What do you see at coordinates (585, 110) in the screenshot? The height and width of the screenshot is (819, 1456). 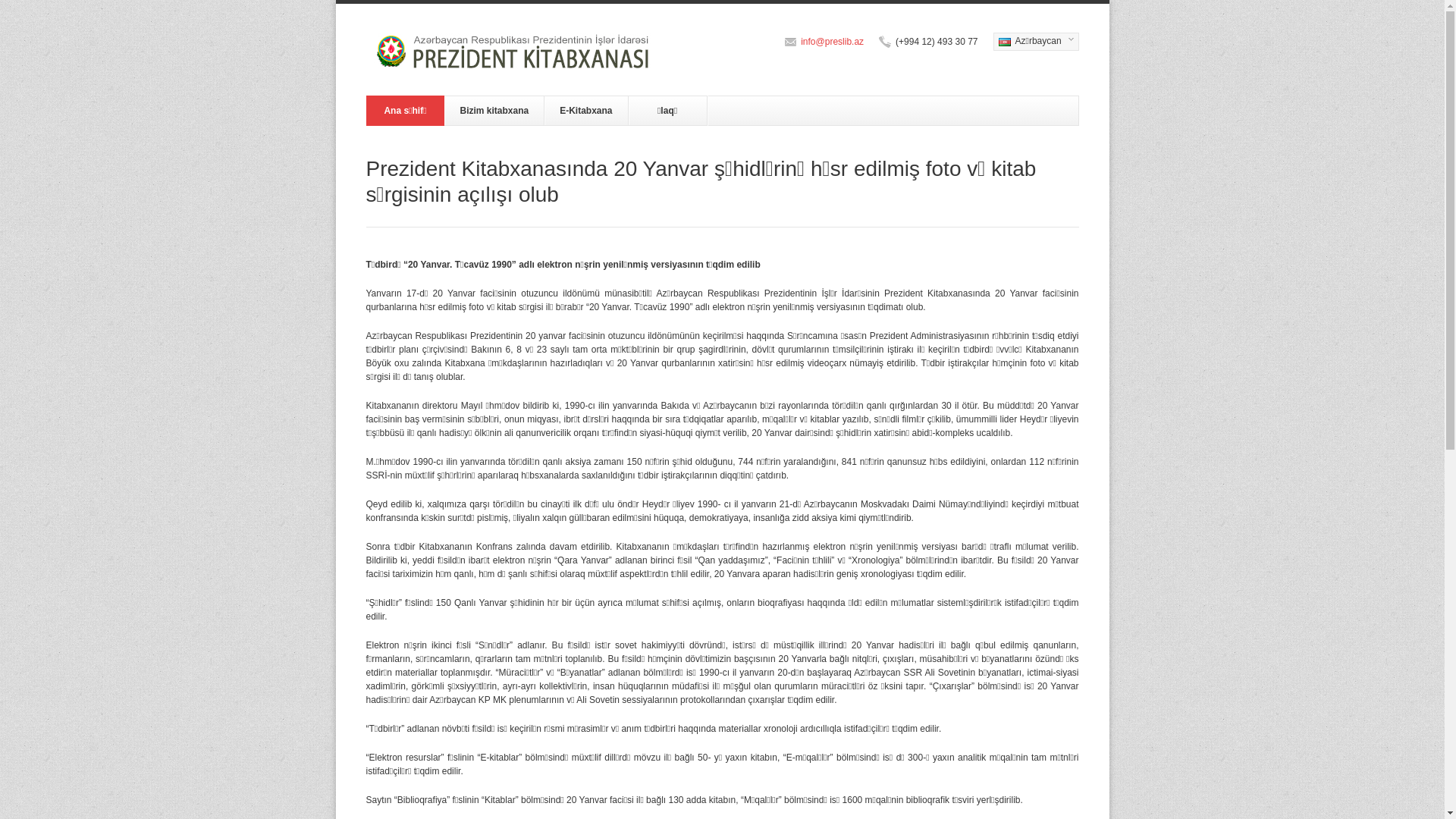 I see `'E-Kitabxana'` at bounding box center [585, 110].